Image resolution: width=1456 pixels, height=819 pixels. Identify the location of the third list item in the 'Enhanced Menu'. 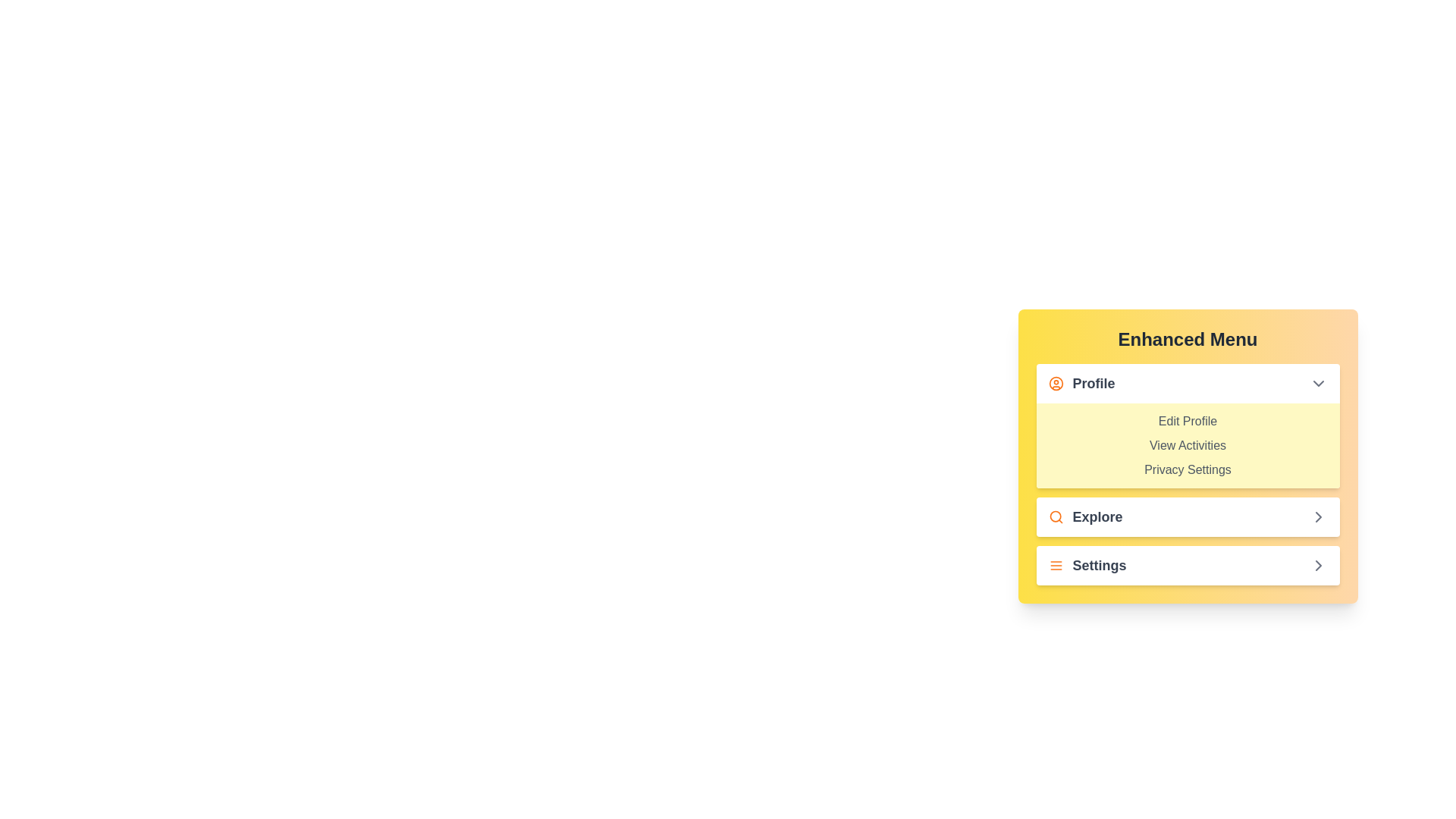
(1187, 565).